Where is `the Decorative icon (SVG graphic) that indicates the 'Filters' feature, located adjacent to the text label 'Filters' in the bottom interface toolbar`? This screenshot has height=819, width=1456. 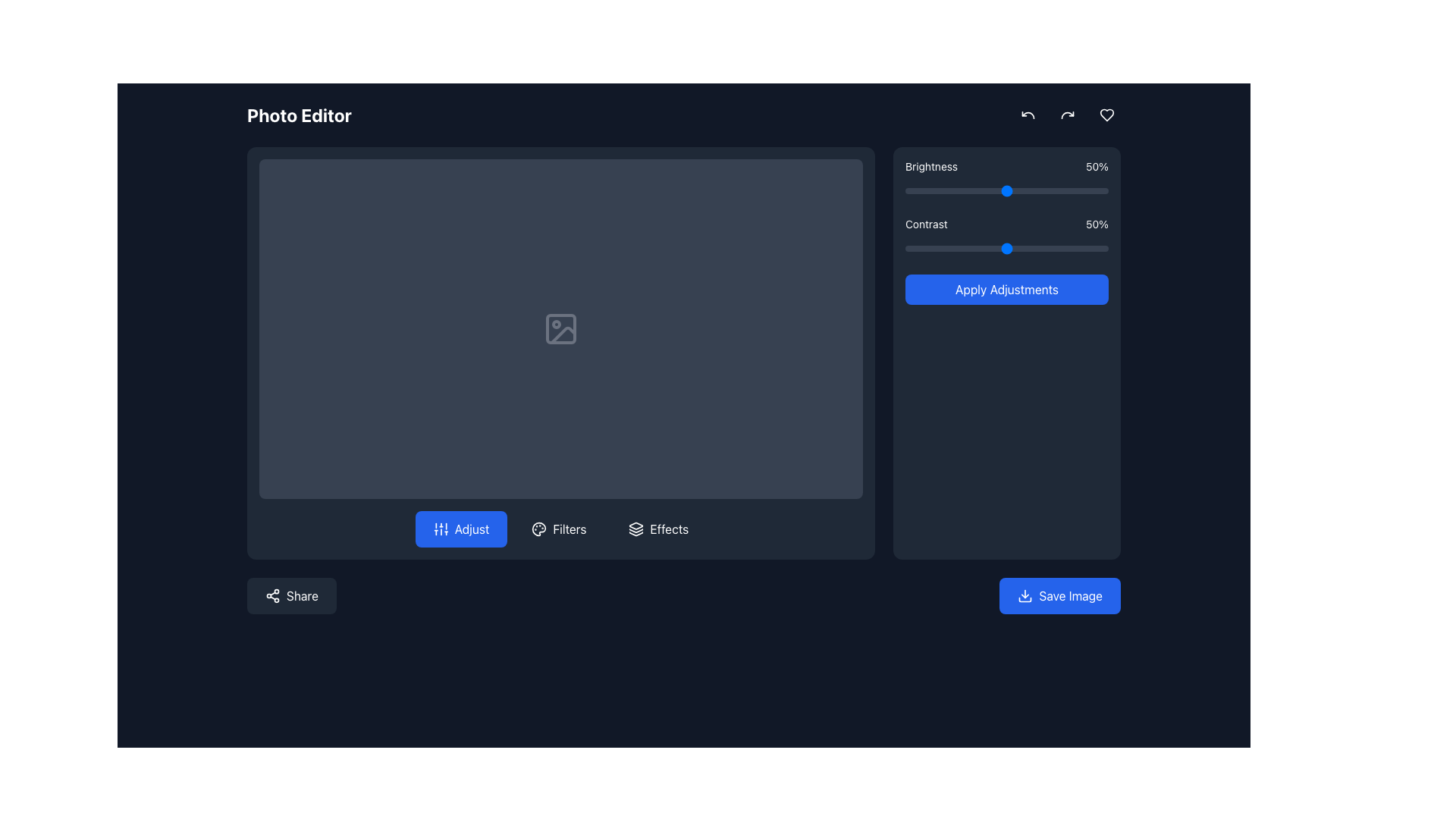
the Decorative icon (SVG graphic) that indicates the 'Filters' feature, located adjacent to the text label 'Filters' in the bottom interface toolbar is located at coordinates (539, 528).